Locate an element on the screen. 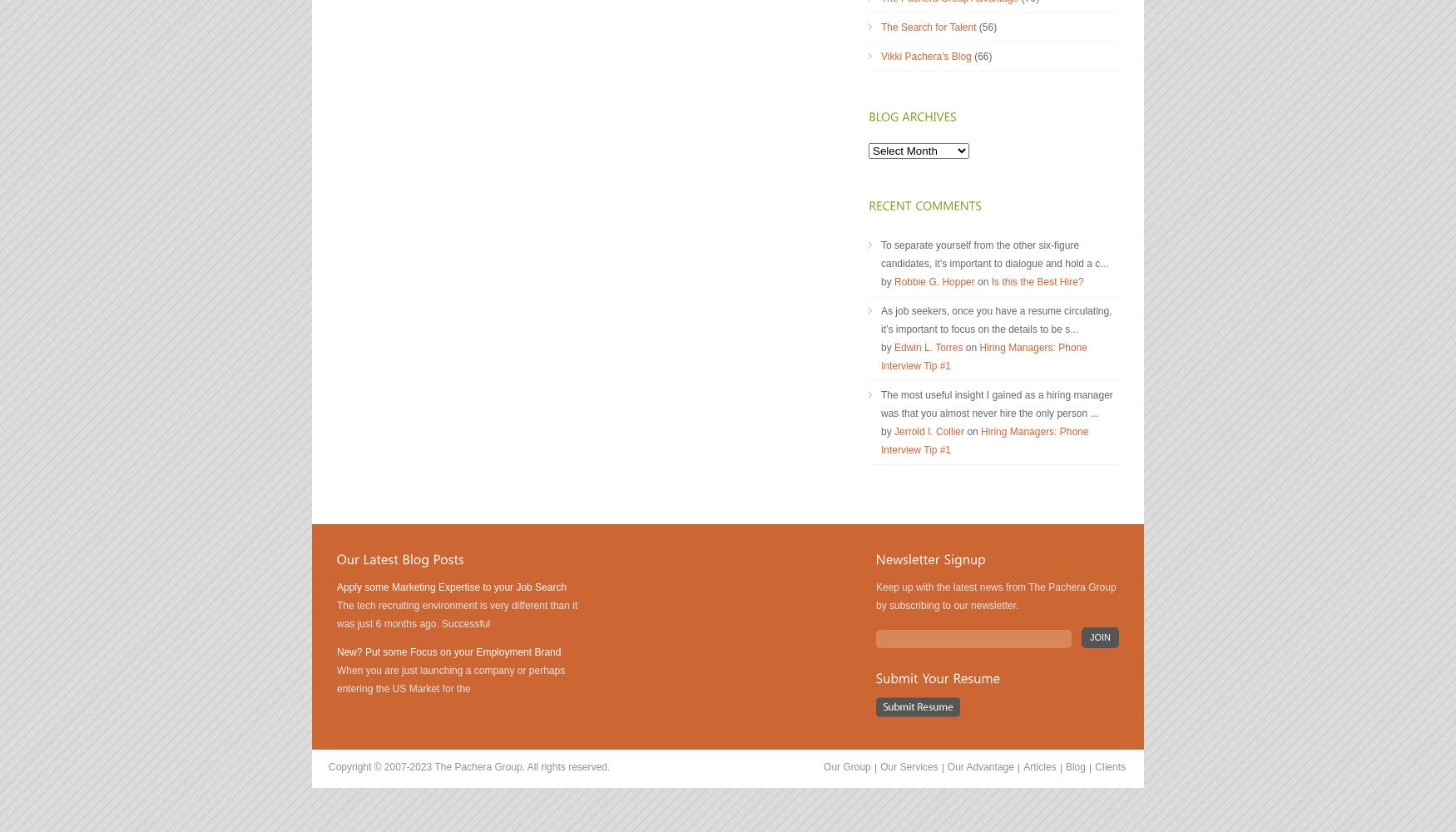  'Apply some Marketing Expertise to your Job Search' is located at coordinates (451, 587).